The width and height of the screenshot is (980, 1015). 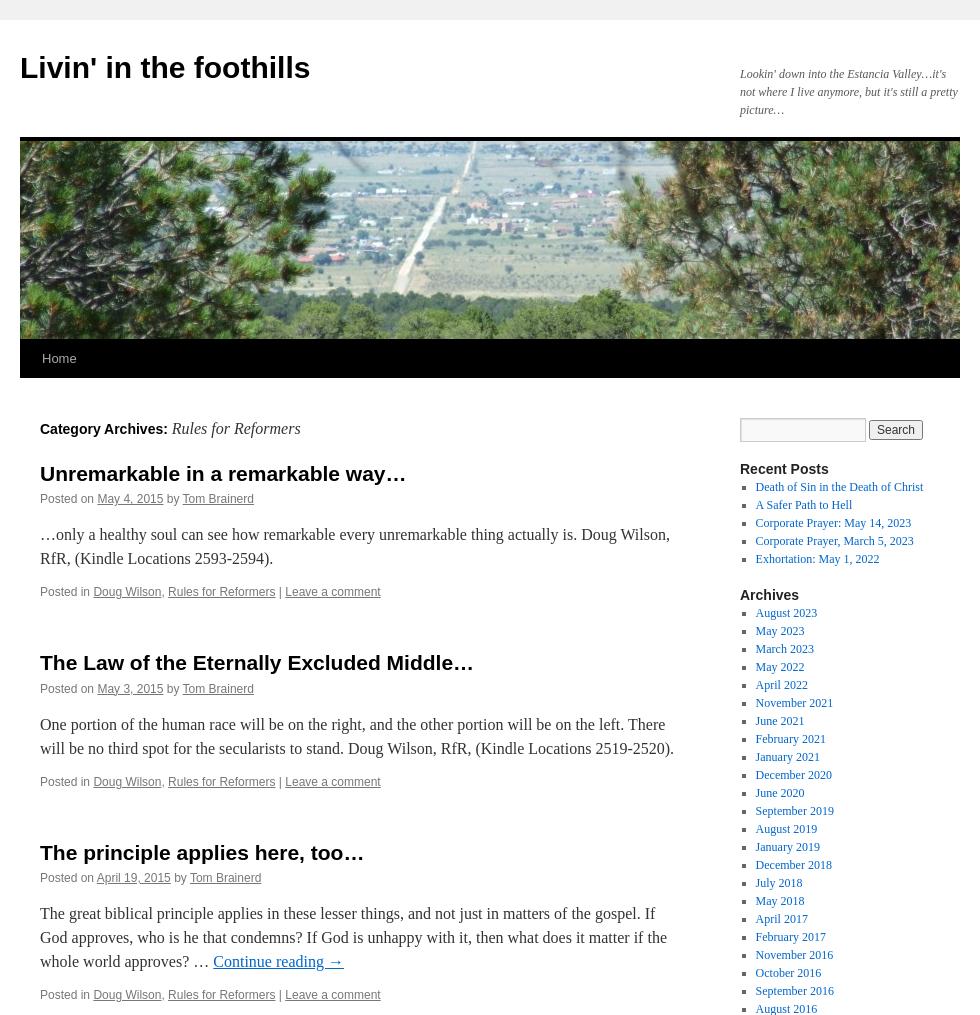 I want to click on 'Unremarkable in a remarkable way…', so click(x=223, y=472).